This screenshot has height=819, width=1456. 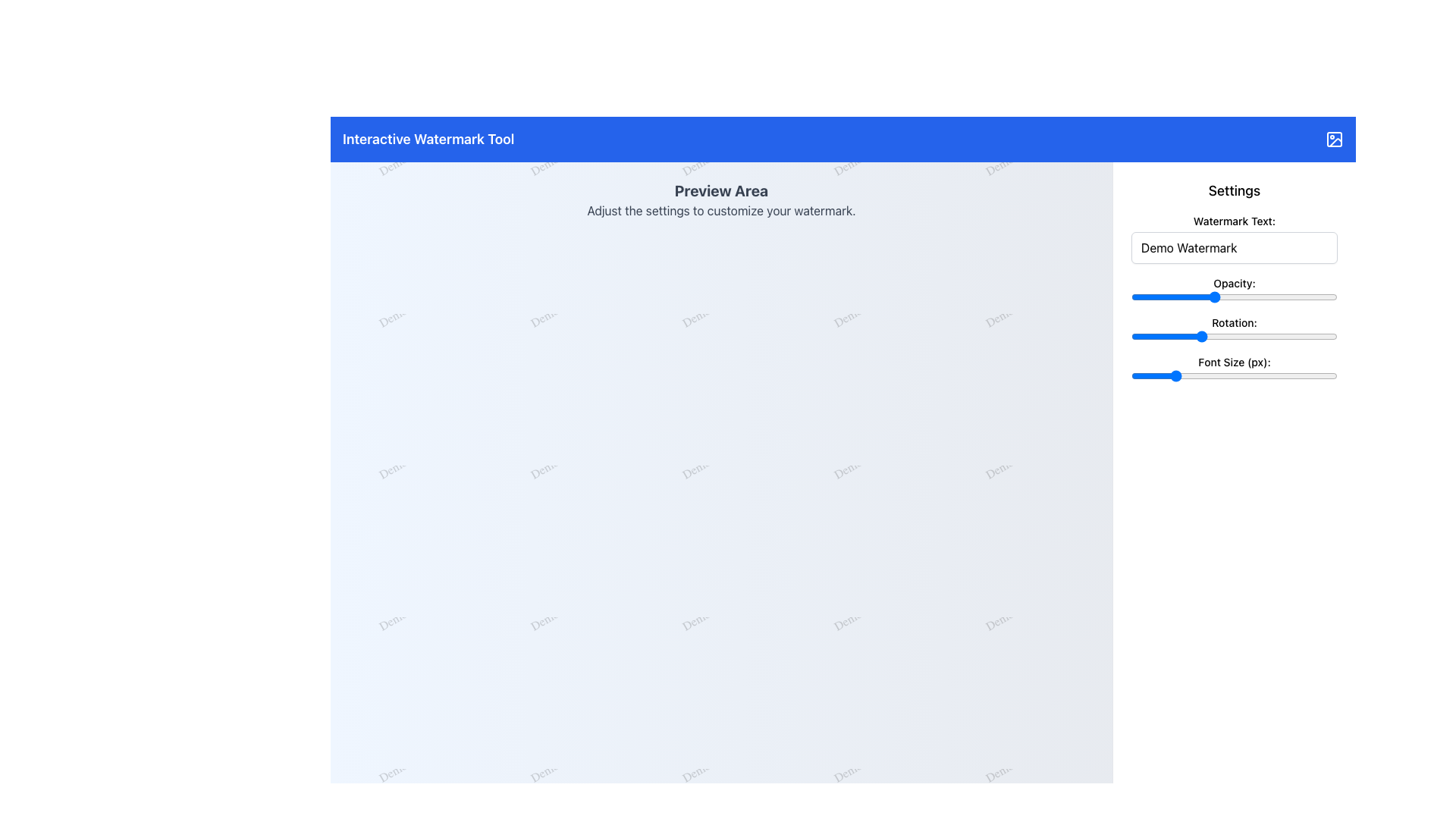 I want to click on the rotation value of the slider, so click(x=1306, y=335).